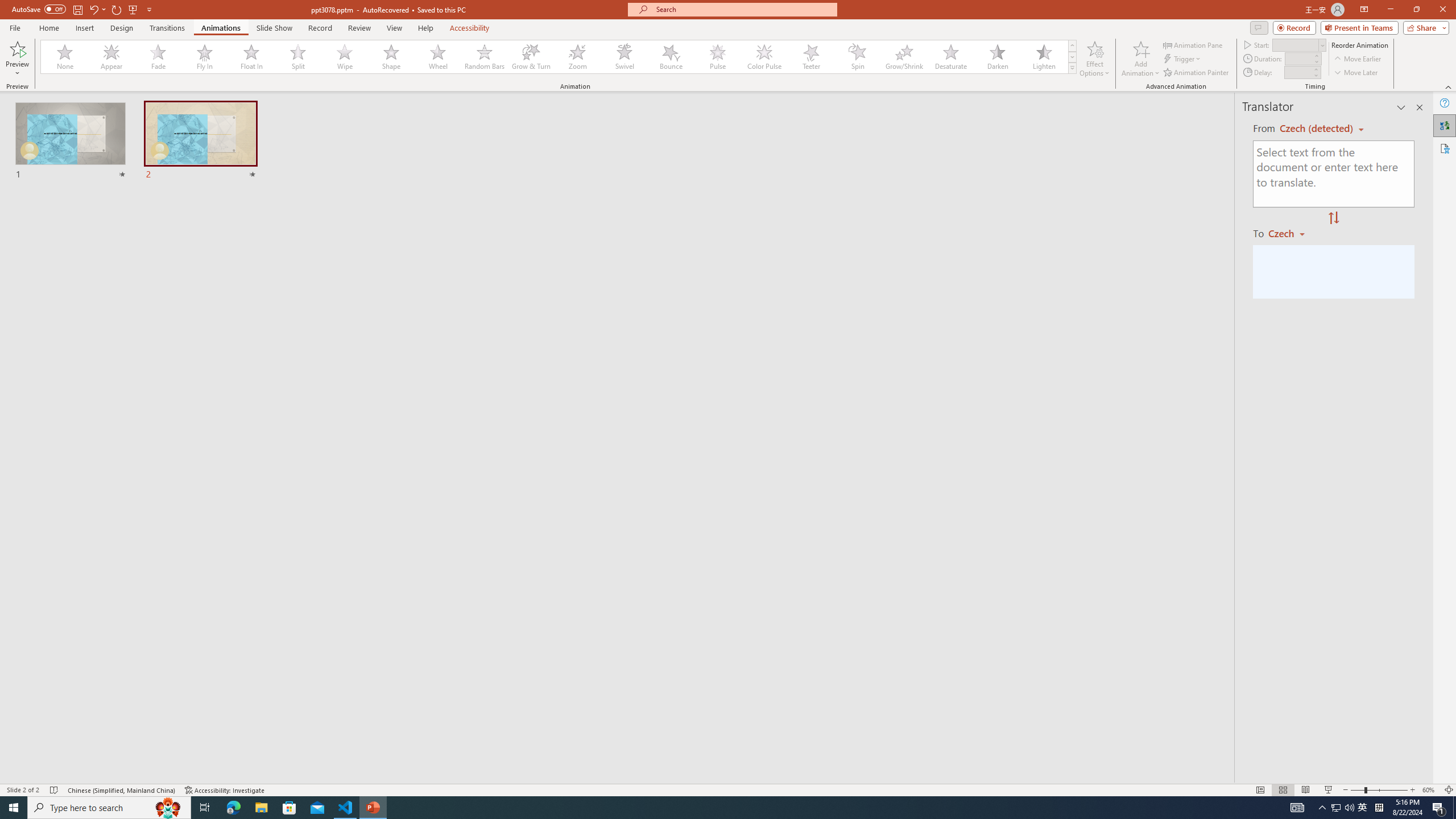 The width and height of the screenshot is (1456, 819). What do you see at coordinates (531, 56) in the screenshot?
I see `'Grow & Turn'` at bounding box center [531, 56].